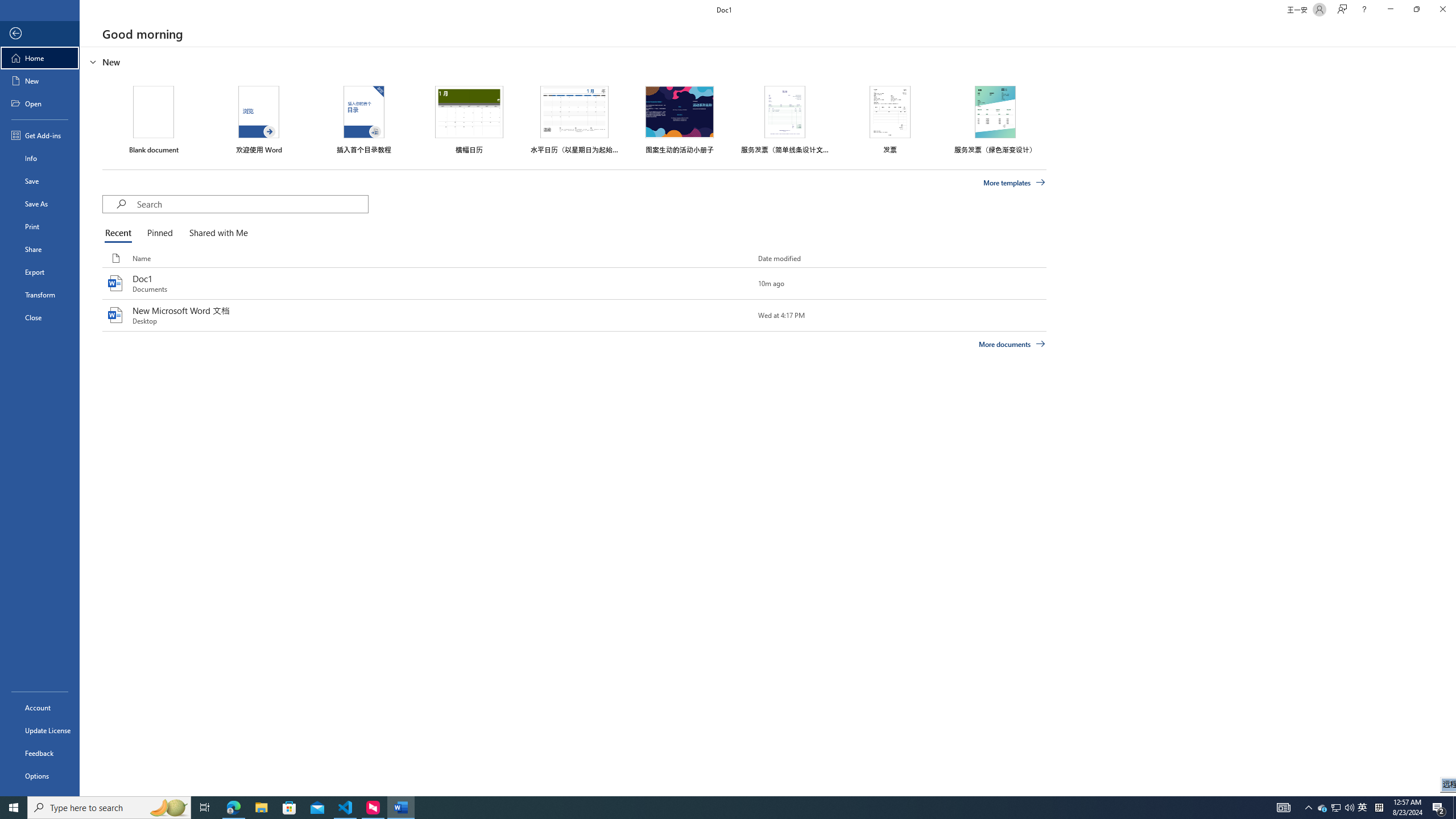 This screenshot has height=819, width=1456. I want to click on 'Recent', so click(120, 233).